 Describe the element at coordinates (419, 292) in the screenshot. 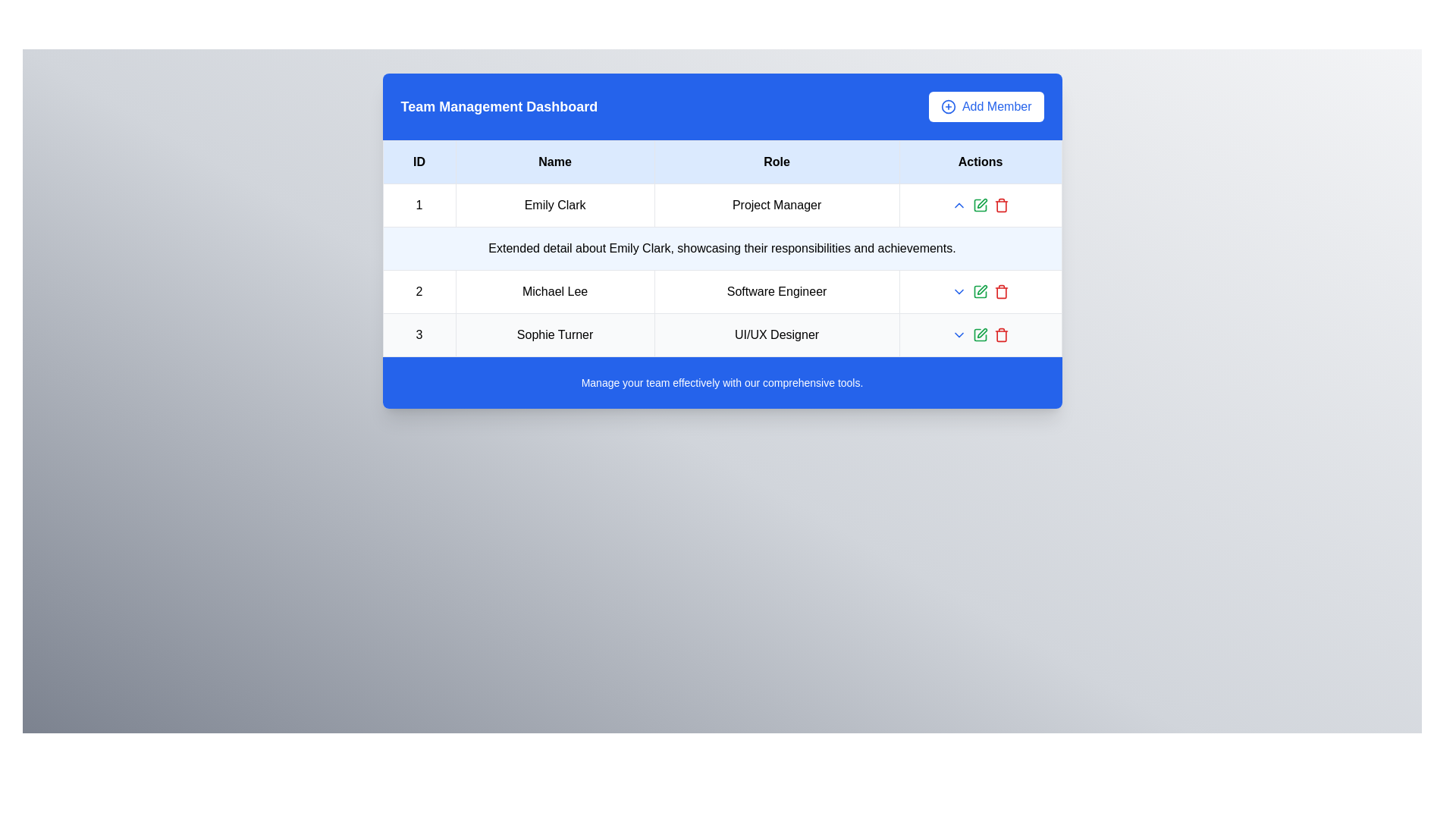

I see `the Static Text Label that identifies the row in the table, located to the left of 'Michael Lee' and above '3'` at that location.